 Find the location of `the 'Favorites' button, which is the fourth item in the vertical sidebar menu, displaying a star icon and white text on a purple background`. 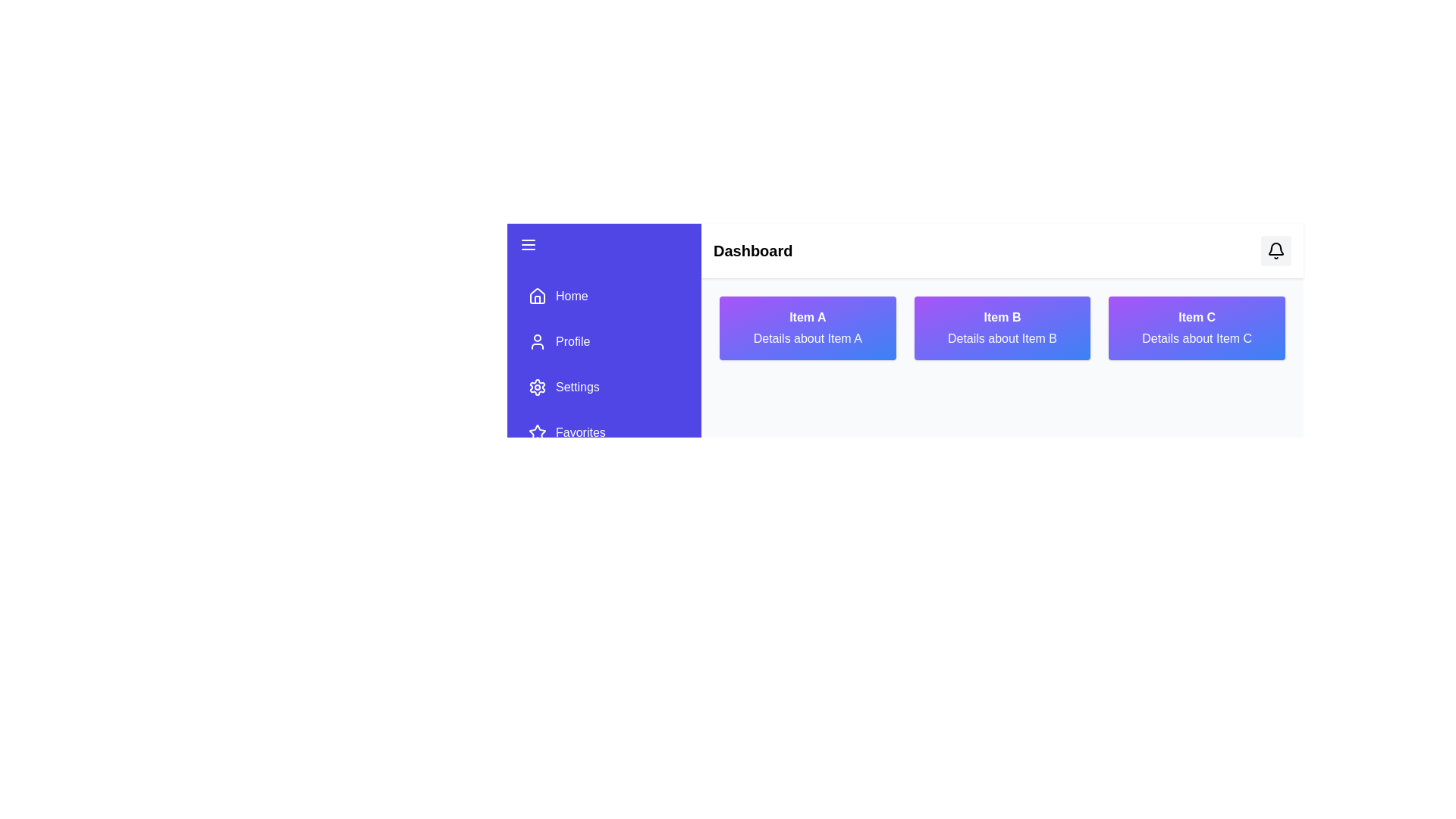

the 'Favorites' button, which is the fourth item in the vertical sidebar menu, displaying a star icon and white text on a purple background is located at coordinates (603, 432).